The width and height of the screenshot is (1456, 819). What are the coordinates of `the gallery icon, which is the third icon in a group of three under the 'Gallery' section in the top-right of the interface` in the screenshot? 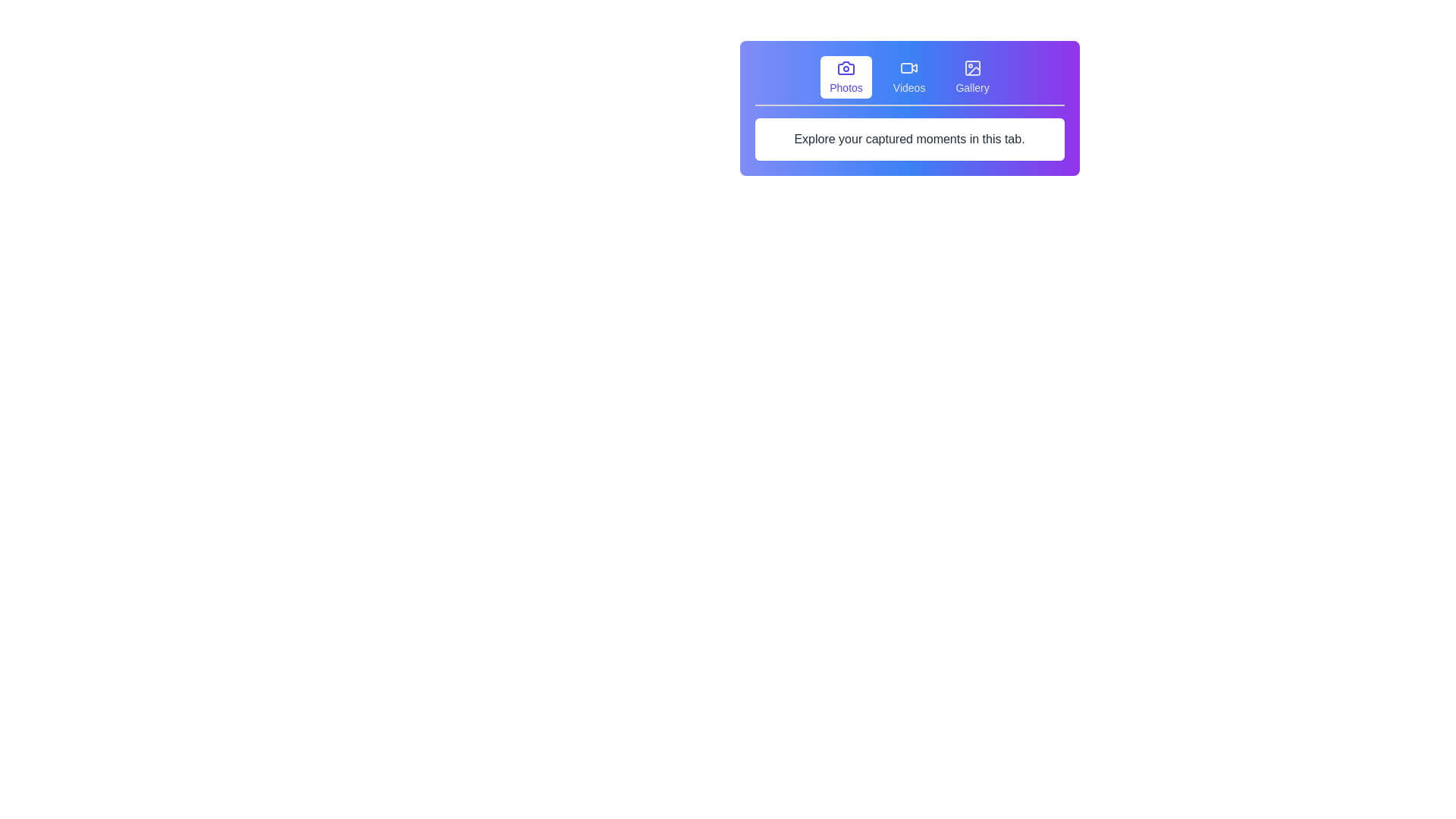 It's located at (972, 67).